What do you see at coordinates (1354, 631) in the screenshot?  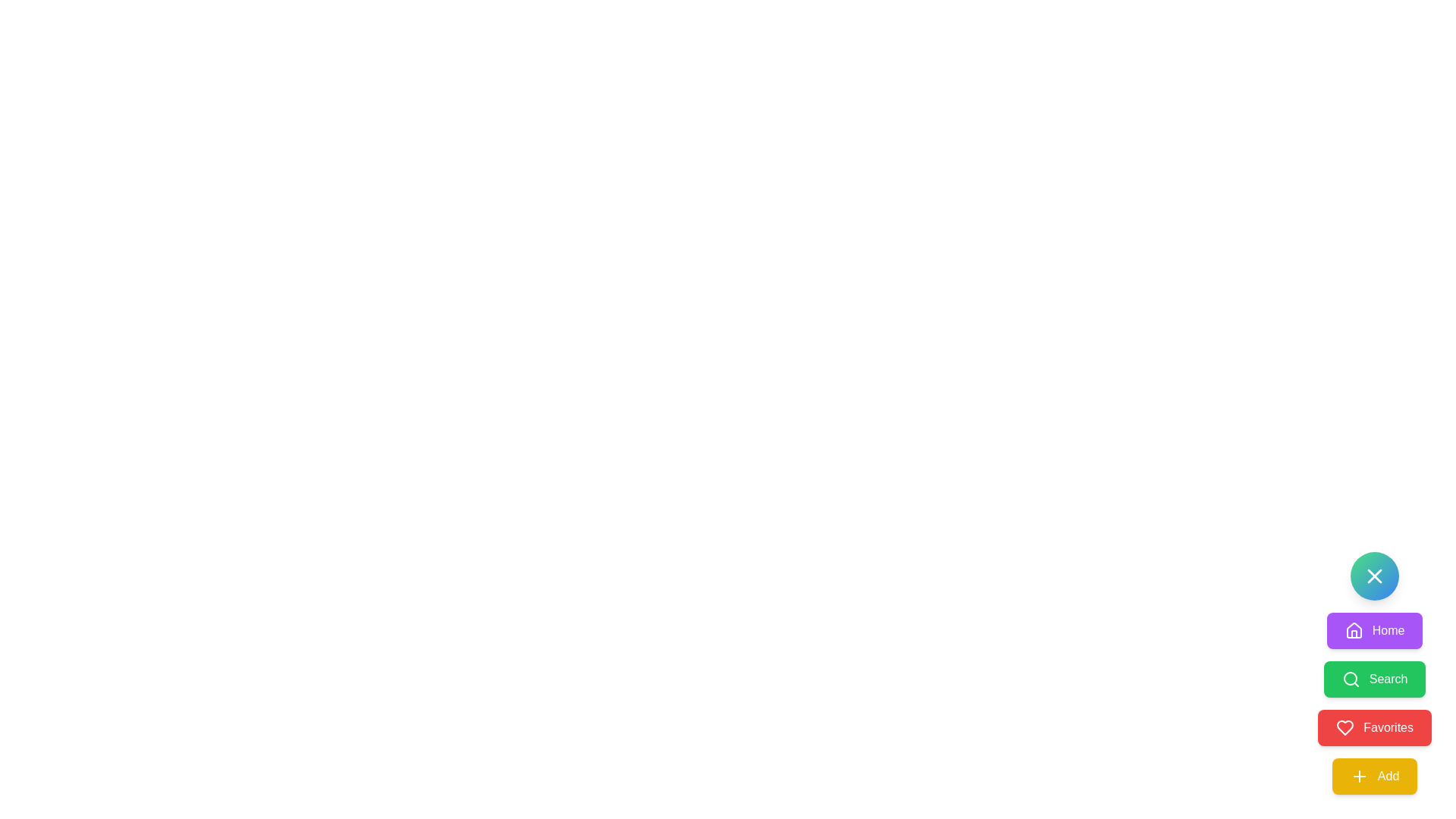 I see `the small house icon, which is styled as an outline shape without fill and is centered inside the purple 'Home' button located at the top of the vertical stack of navigation buttons` at bounding box center [1354, 631].